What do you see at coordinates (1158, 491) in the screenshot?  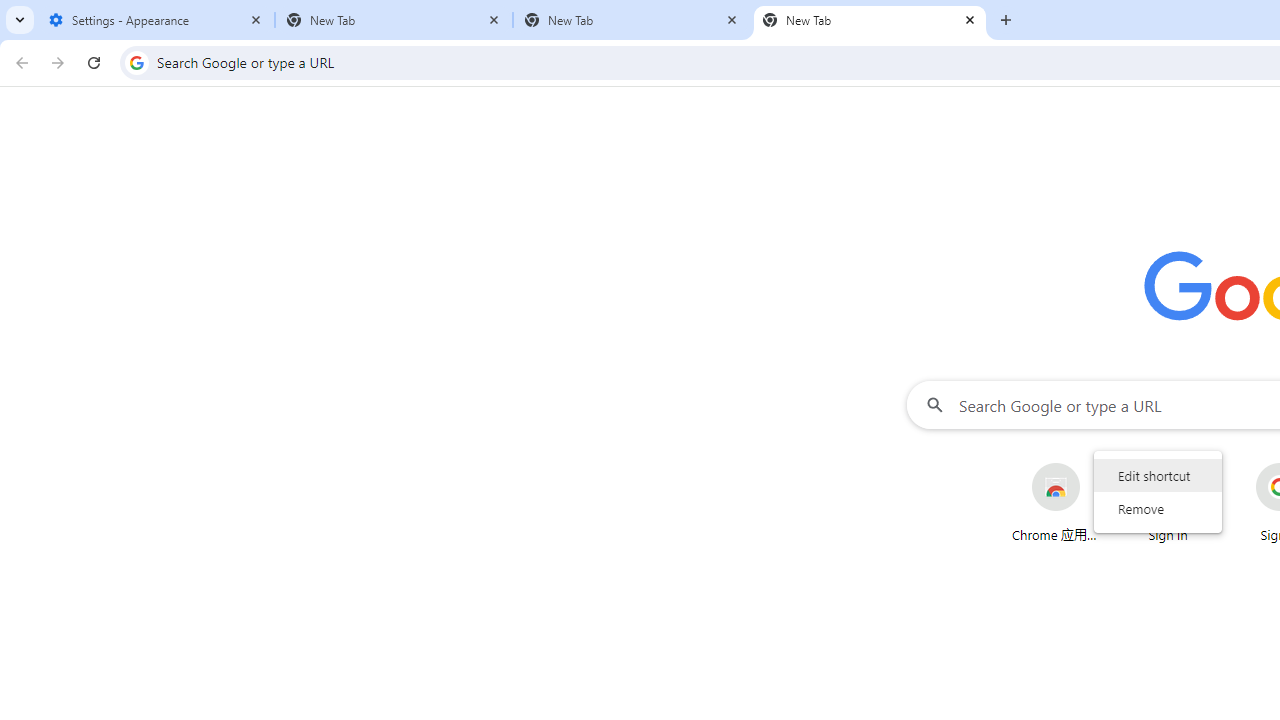 I see `'AutomationID: wrapper'` at bounding box center [1158, 491].